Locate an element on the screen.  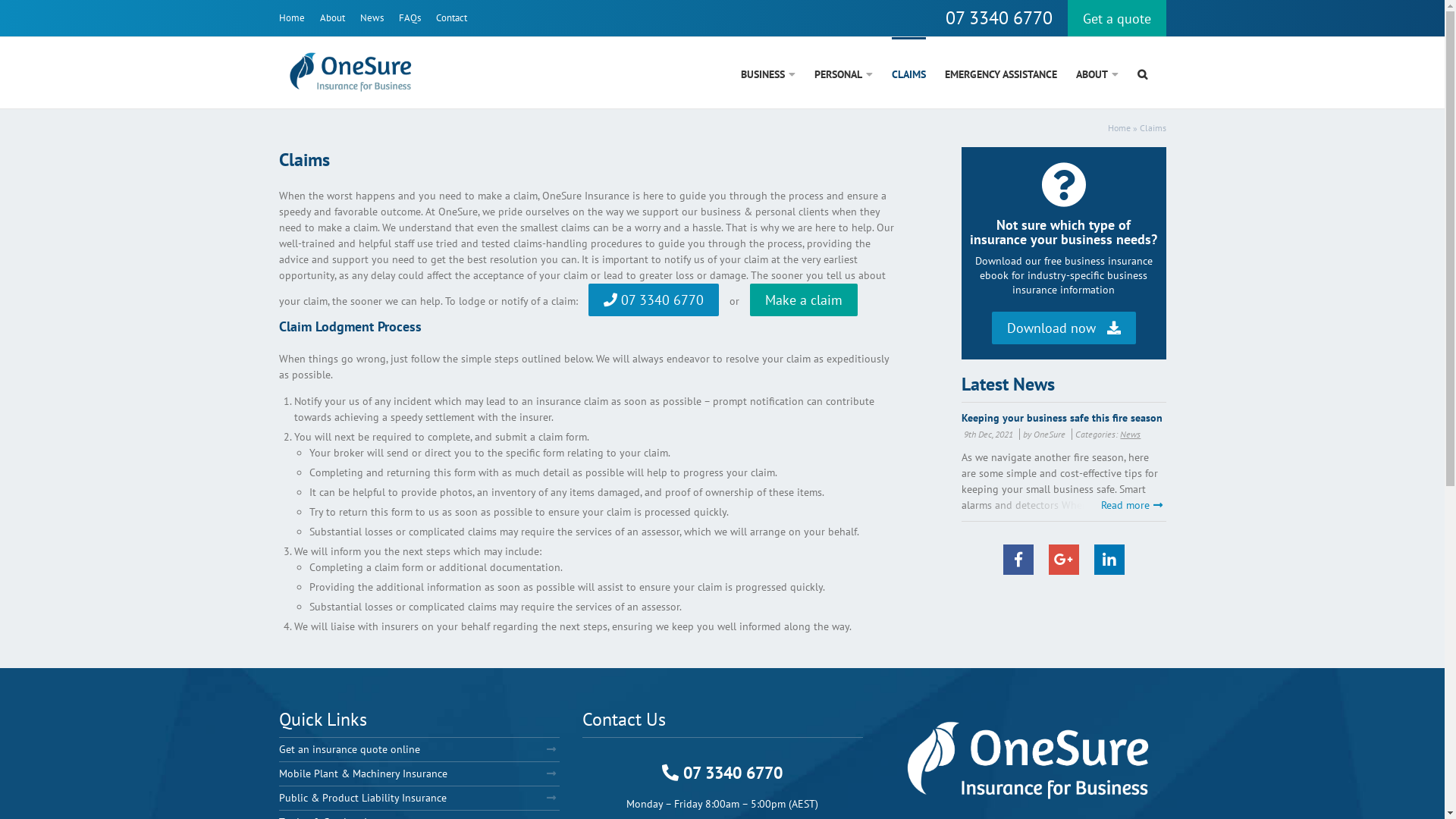
'CLAIMS' is located at coordinates (892, 72).